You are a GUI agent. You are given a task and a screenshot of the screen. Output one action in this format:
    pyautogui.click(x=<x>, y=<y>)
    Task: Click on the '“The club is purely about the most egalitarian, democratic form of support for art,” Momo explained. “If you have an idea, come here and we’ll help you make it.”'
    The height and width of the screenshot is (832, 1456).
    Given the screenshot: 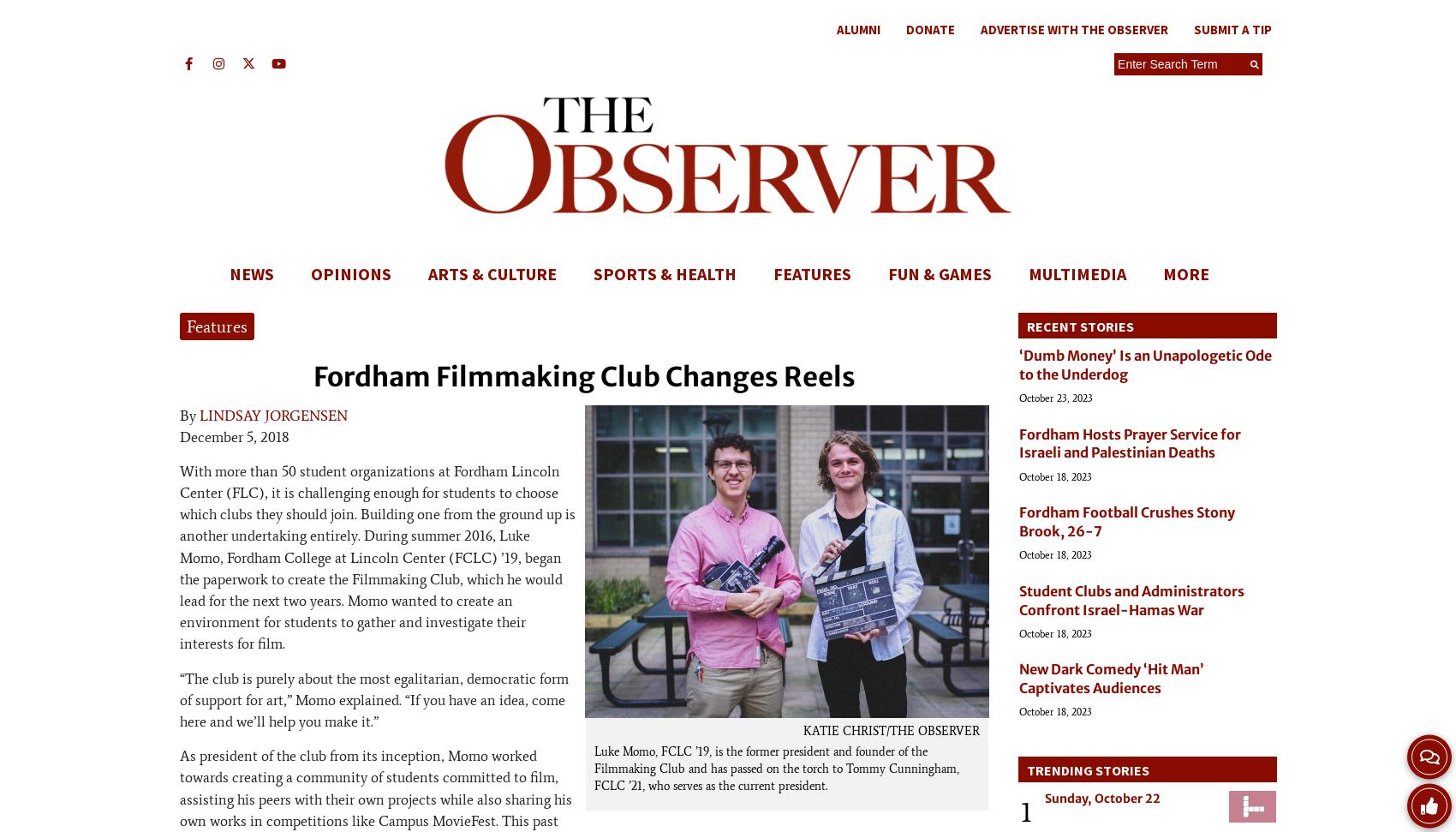 What is the action you would take?
    pyautogui.click(x=374, y=698)
    